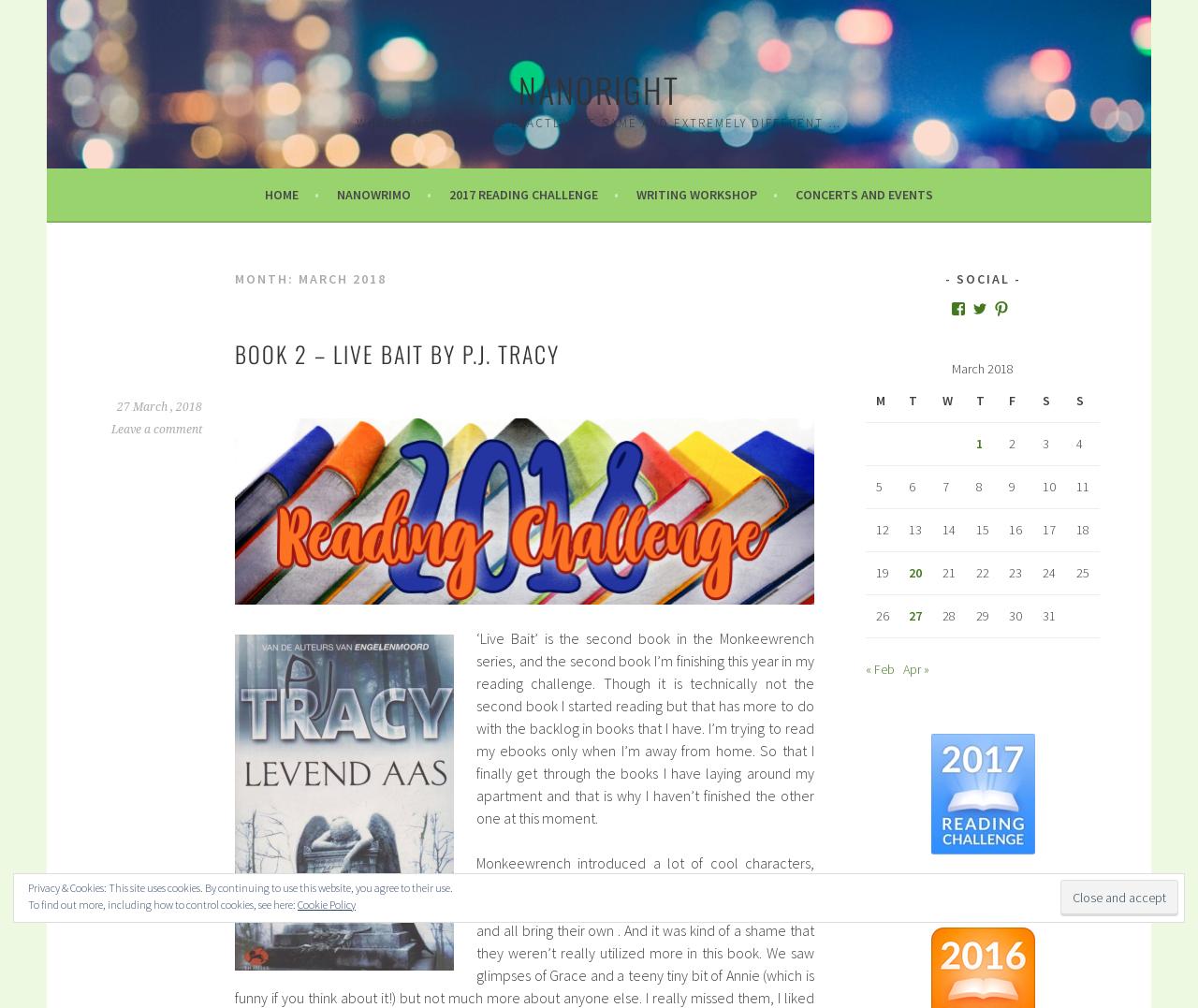  Describe the element at coordinates (1081, 571) in the screenshot. I see `'25'` at that location.